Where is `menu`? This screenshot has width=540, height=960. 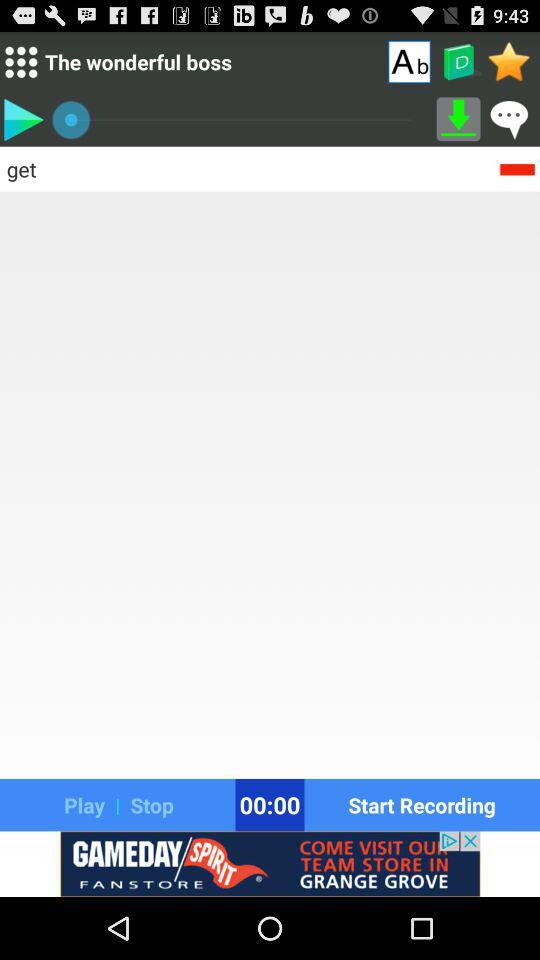
menu is located at coordinates (20, 61).